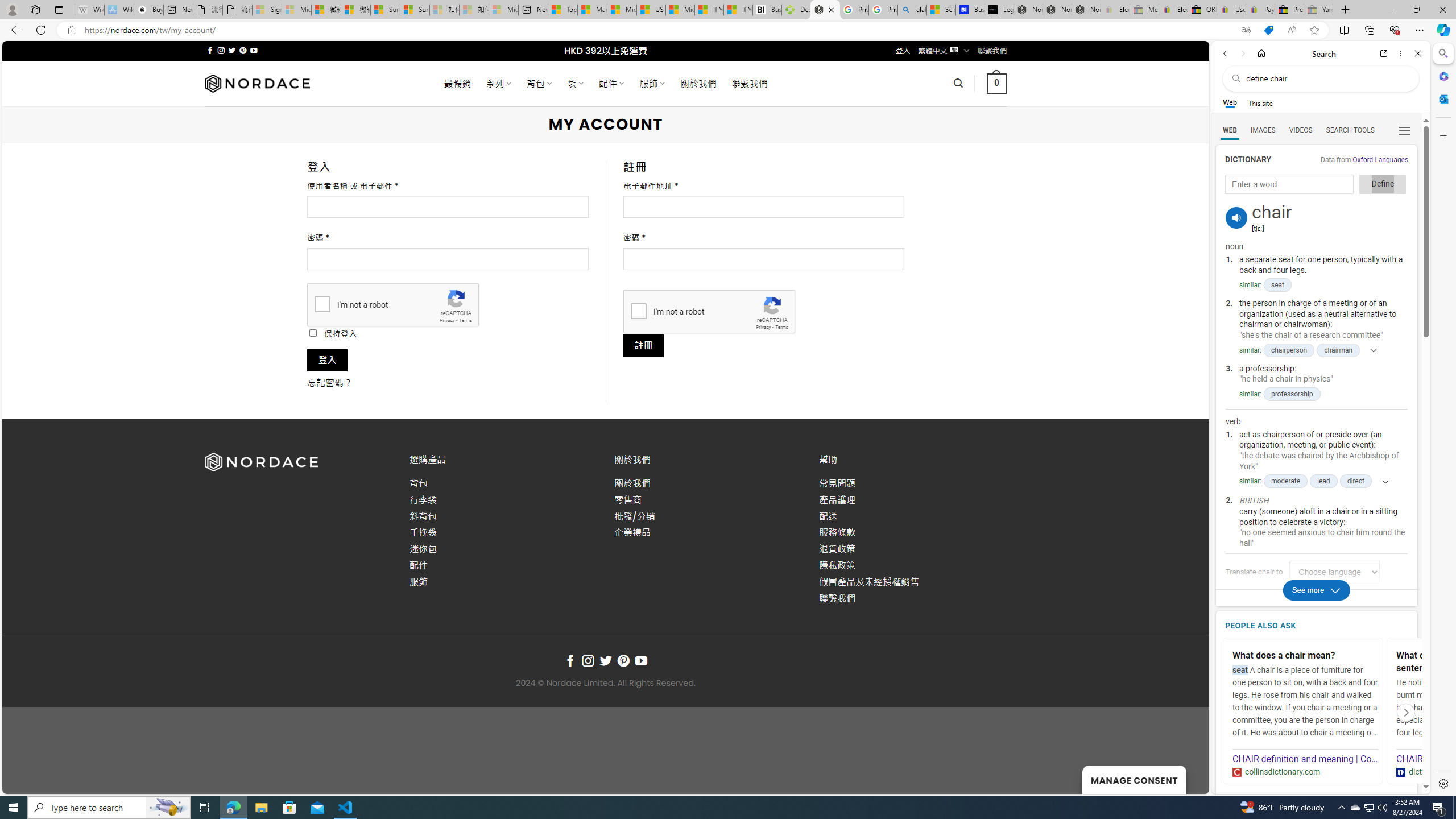 The height and width of the screenshot is (819, 1456). I want to click on 'Follow on YouTube', so click(640, 660).